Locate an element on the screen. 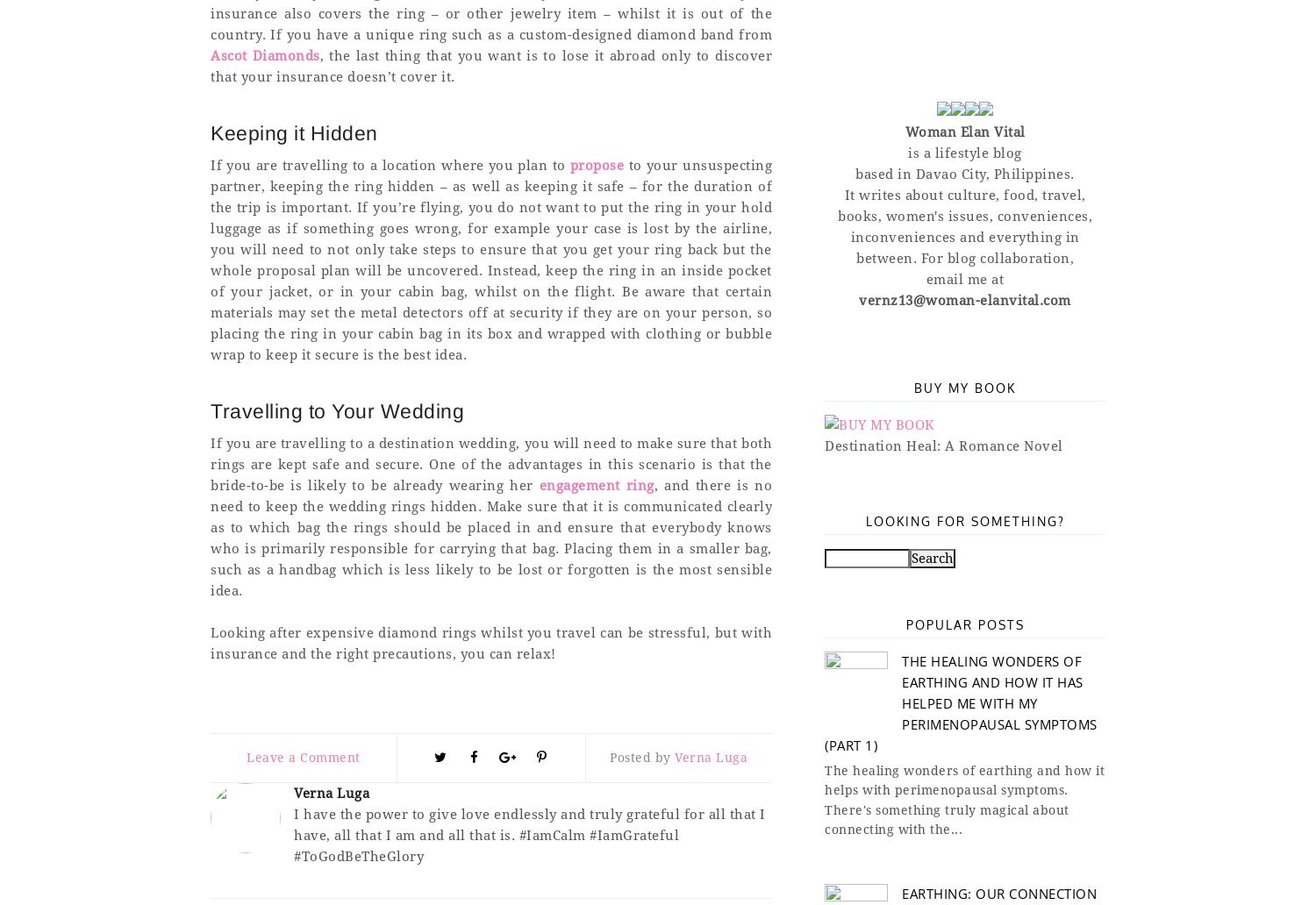  'THE HEALING WONDERS OF EARTHING AND HOW IT HAS HELPED ME WITH MY PERIMENOPAUSAL SYMPTOMS (Part 1)' is located at coordinates (824, 702).